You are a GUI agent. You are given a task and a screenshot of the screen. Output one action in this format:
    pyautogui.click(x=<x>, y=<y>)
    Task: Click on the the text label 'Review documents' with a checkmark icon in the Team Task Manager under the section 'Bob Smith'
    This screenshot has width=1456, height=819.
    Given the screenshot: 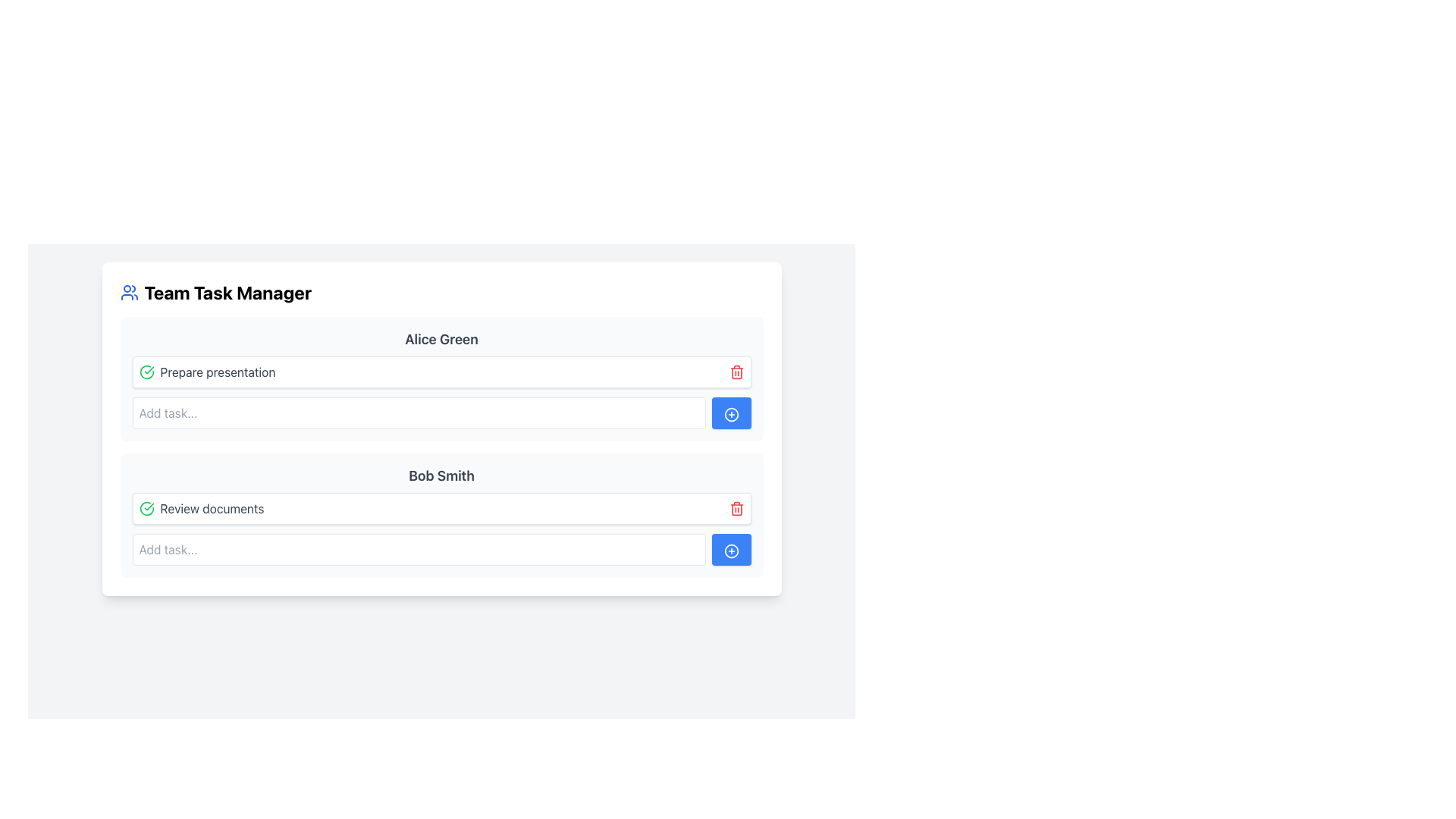 What is the action you would take?
    pyautogui.click(x=200, y=509)
    